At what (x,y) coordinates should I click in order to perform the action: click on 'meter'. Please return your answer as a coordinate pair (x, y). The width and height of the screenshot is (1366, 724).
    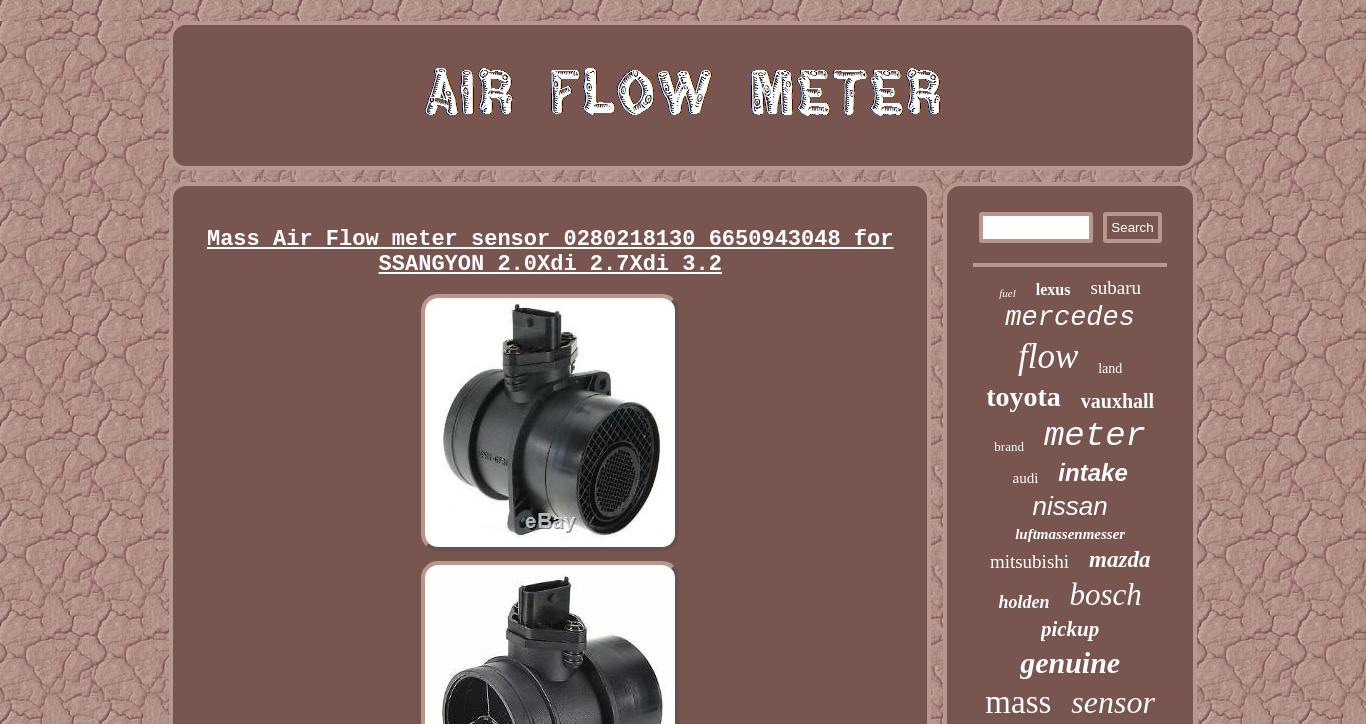
    Looking at the image, I should click on (1041, 435).